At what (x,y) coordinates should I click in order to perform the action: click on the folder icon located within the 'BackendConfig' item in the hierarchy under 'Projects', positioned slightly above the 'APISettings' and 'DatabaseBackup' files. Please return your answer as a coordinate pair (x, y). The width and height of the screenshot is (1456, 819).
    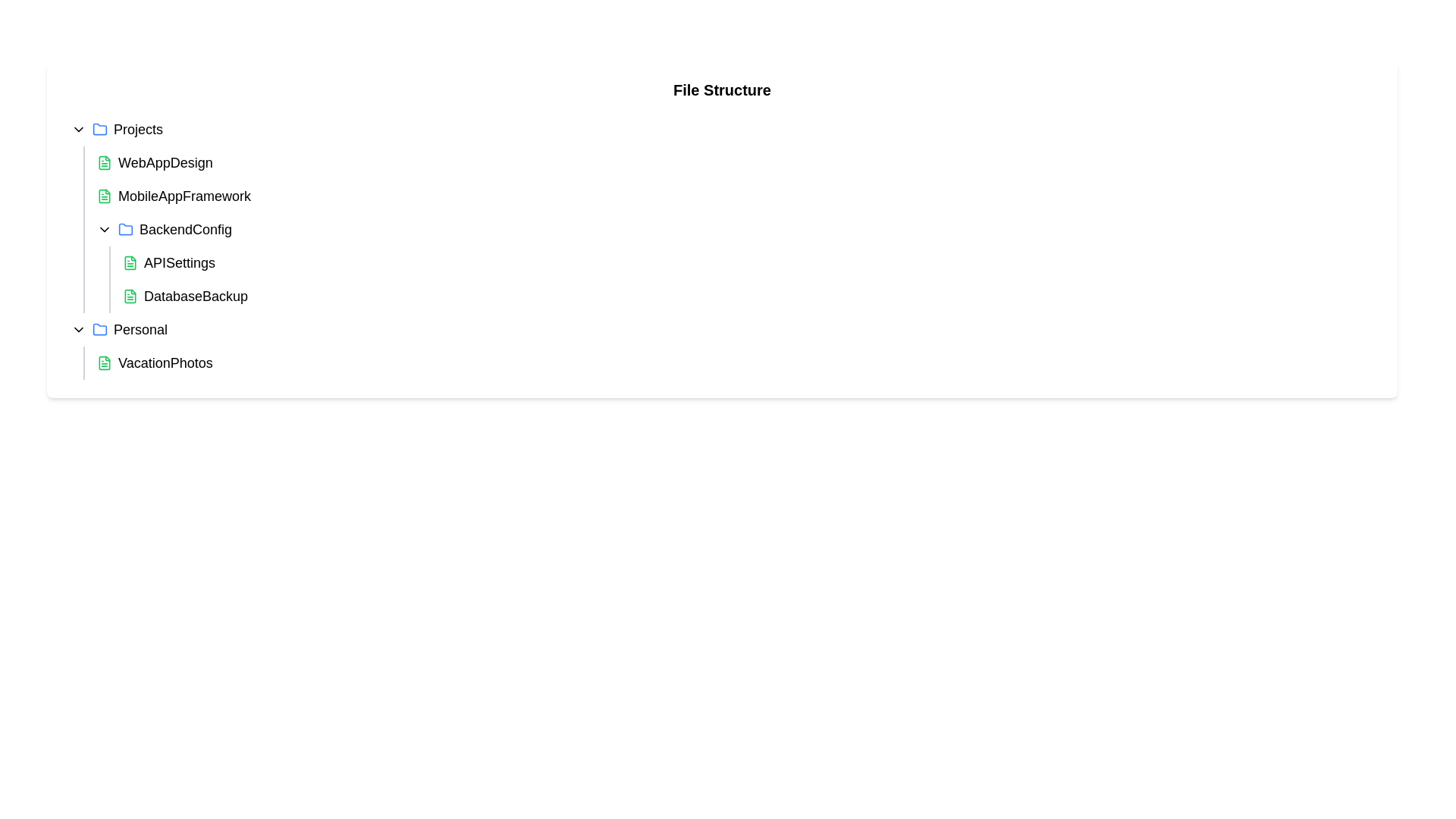
    Looking at the image, I should click on (99, 128).